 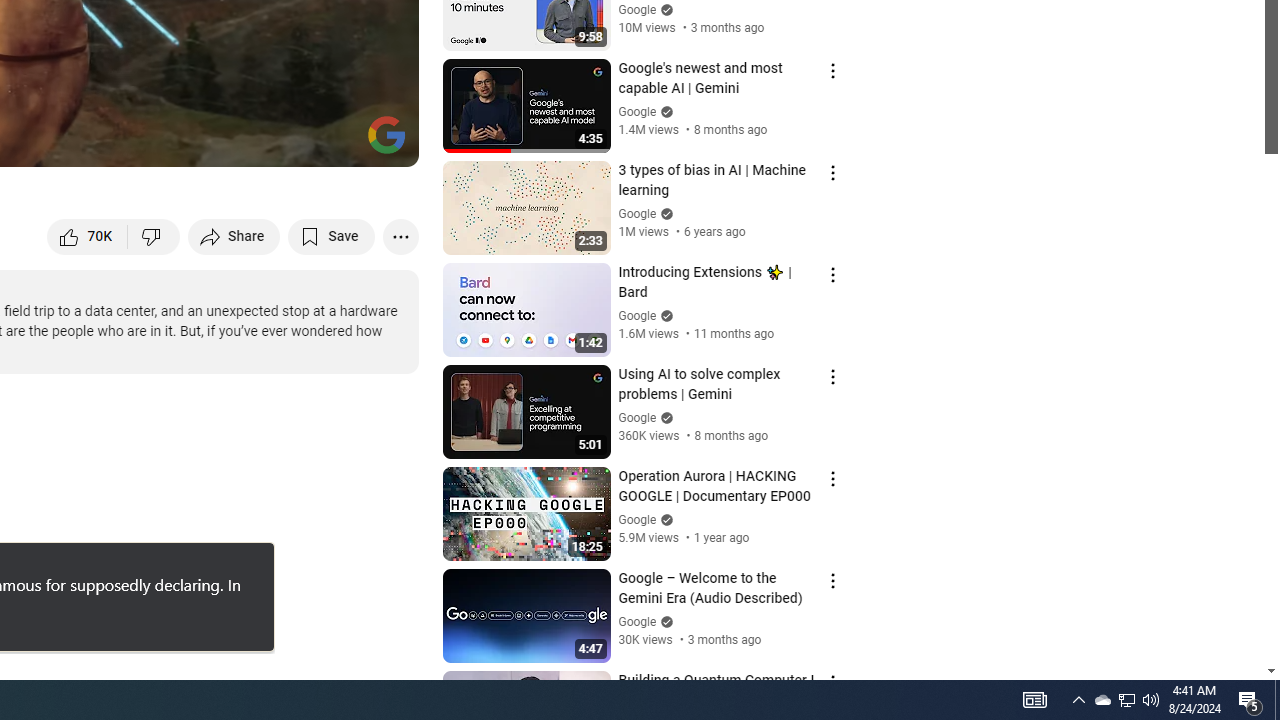 What do you see at coordinates (400, 235) in the screenshot?
I see `'More actions'` at bounding box center [400, 235].